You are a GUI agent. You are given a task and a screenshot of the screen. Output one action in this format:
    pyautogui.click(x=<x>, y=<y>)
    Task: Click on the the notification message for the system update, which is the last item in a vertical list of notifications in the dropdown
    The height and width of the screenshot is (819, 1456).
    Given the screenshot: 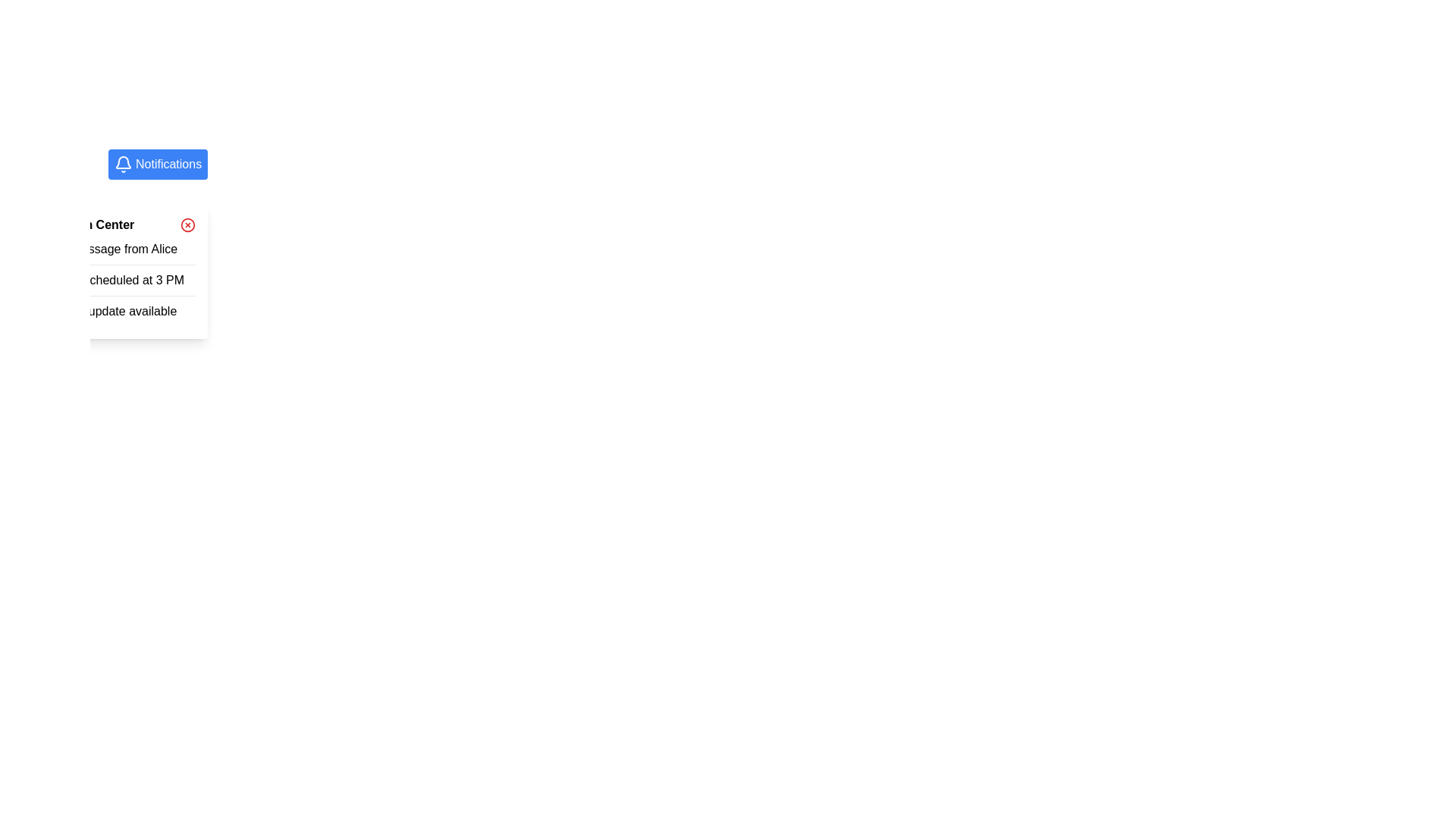 What is the action you would take?
    pyautogui.click(x=110, y=310)
    